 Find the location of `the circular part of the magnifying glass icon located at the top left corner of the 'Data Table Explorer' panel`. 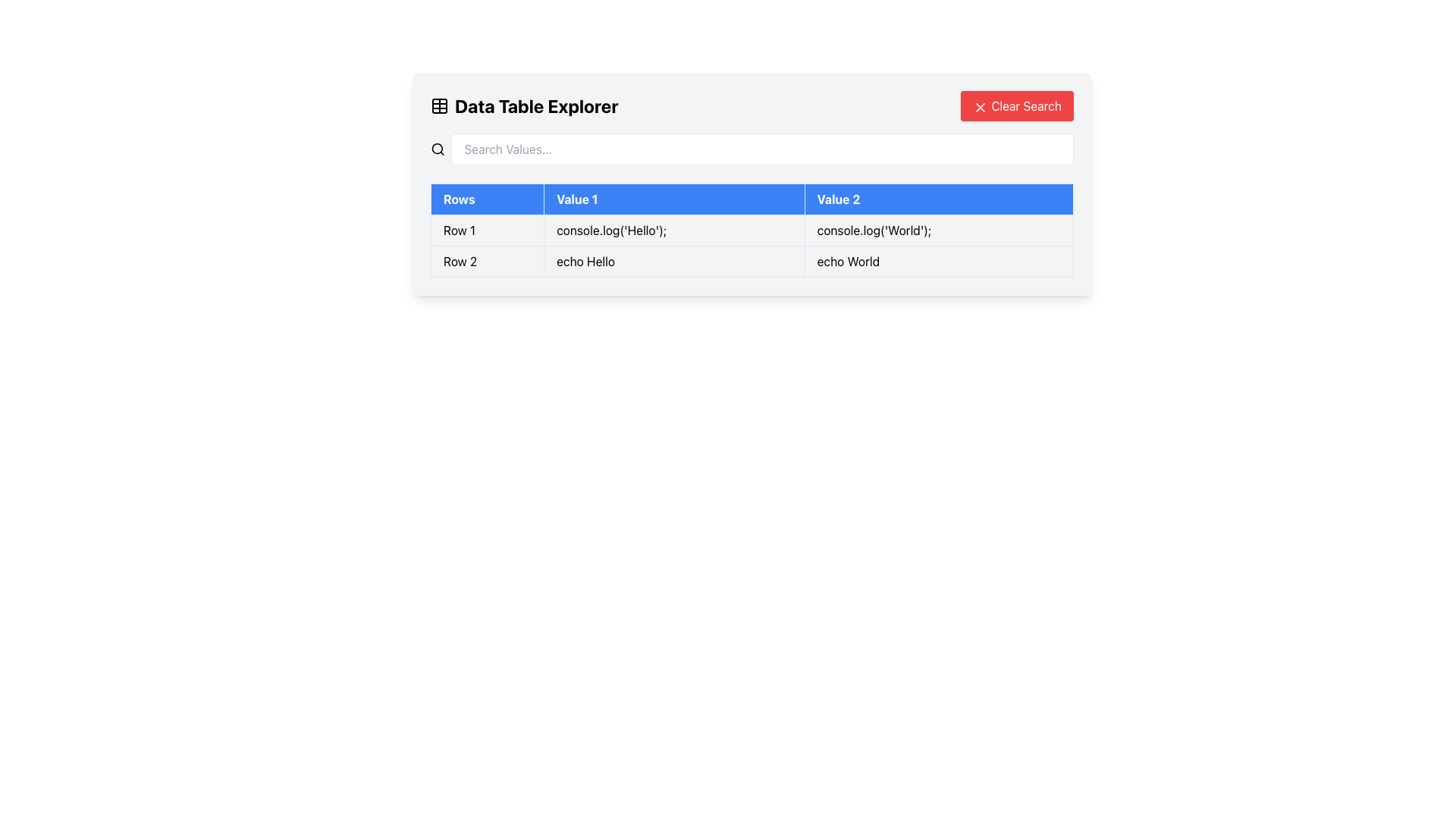

the circular part of the magnifying glass icon located at the top left corner of the 'Data Table Explorer' panel is located at coordinates (436, 149).